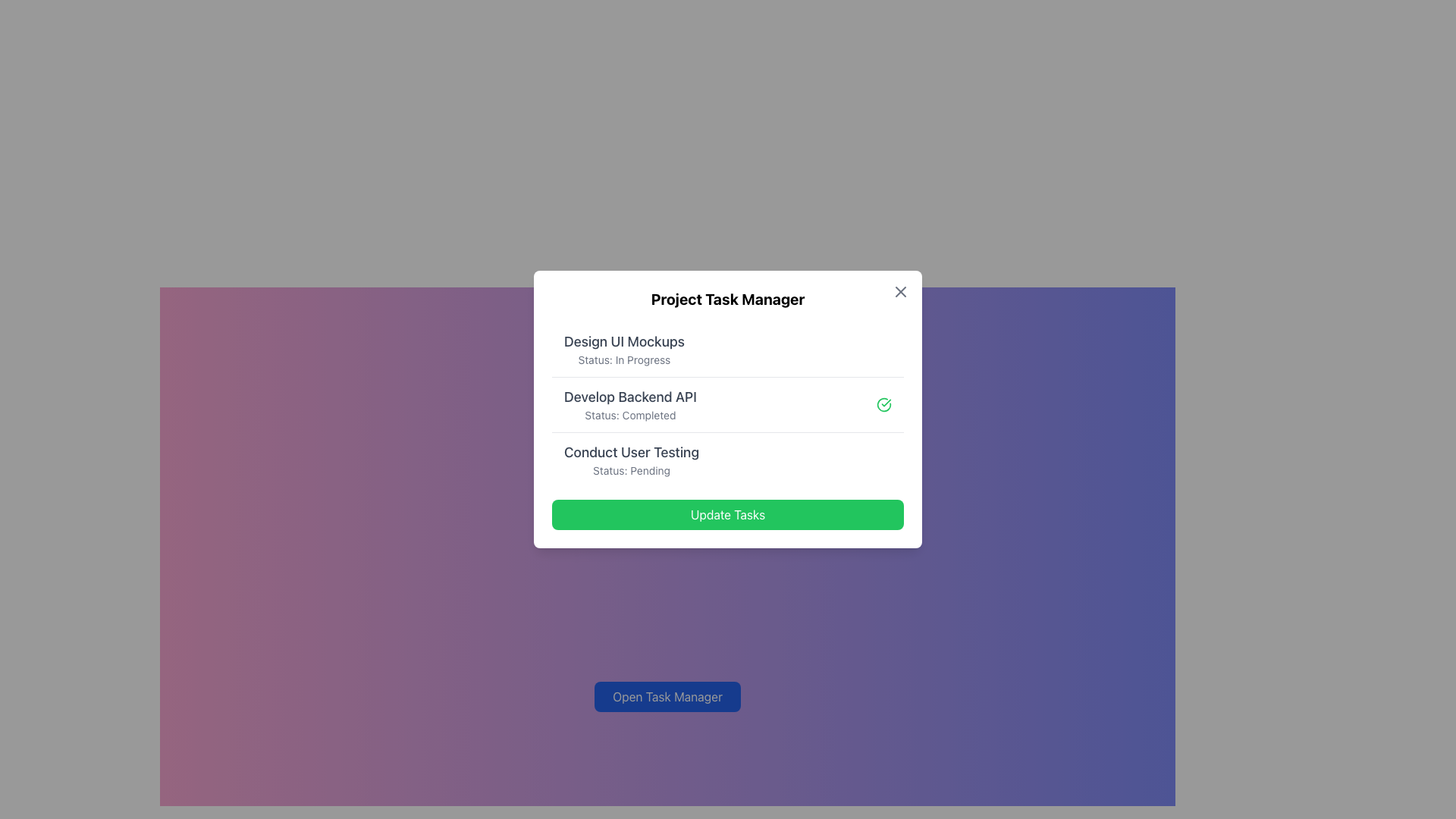 Image resolution: width=1456 pixels, height=819 pixels. I want to click on text displayed in the second task title of the 'Project Task Manager' modal, which is positioned below 'Design UI Mockups' and above 'Conduct User Testing', so click(630, 397).